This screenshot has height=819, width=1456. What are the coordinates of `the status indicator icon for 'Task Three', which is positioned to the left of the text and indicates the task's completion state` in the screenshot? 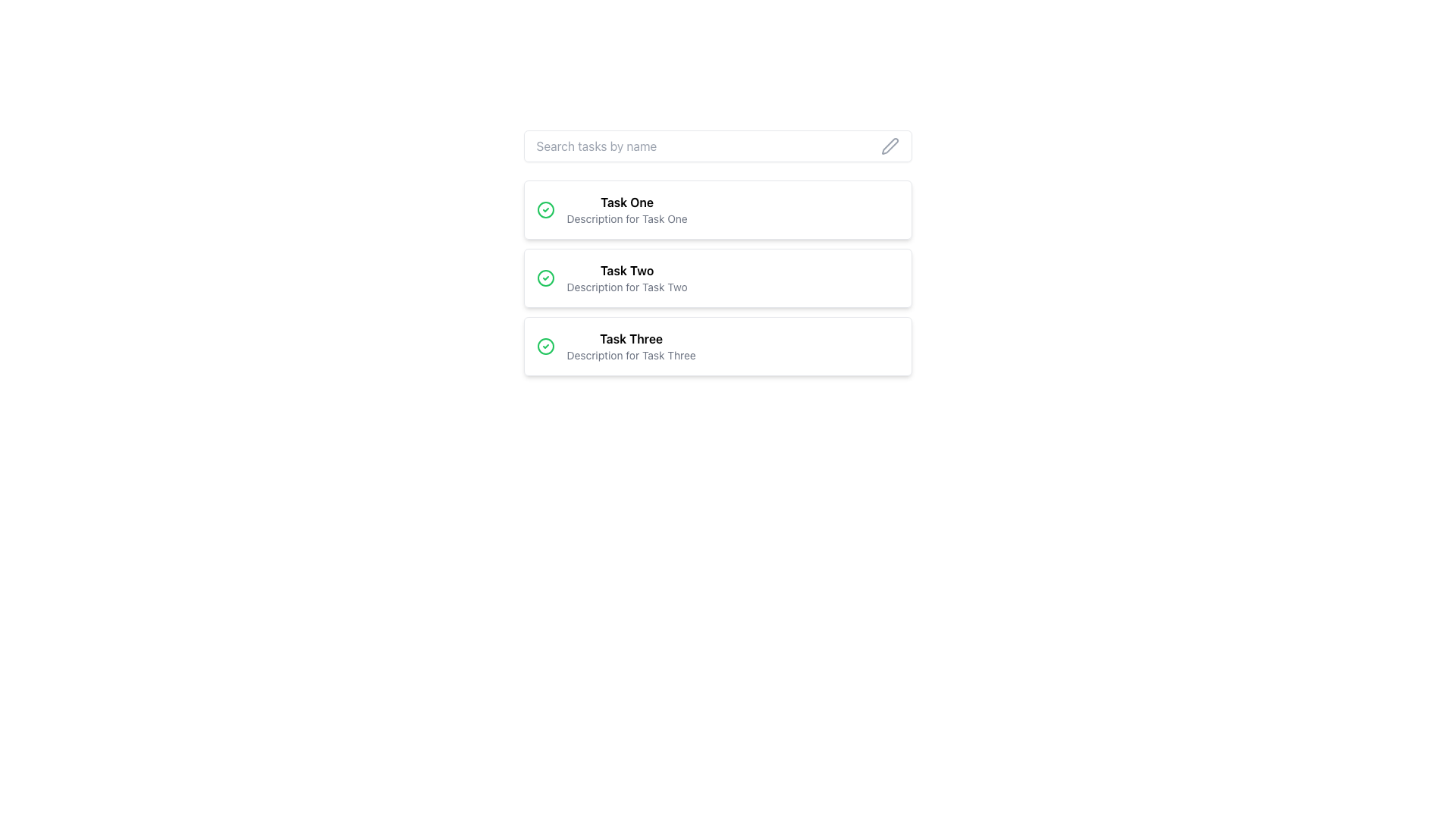 It's located at (545, 346).